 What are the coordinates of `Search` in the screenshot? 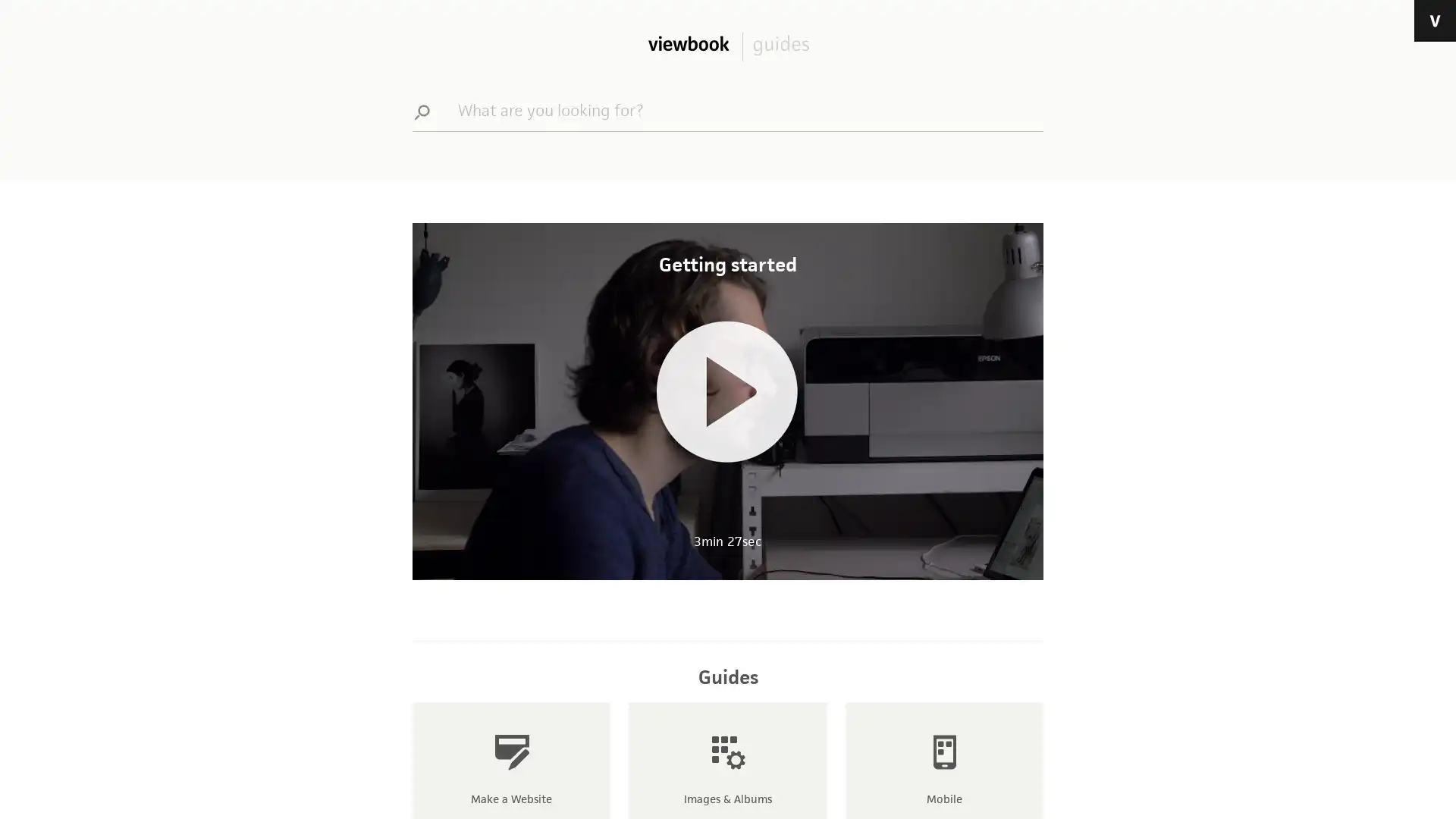 It's located at (428, 110).